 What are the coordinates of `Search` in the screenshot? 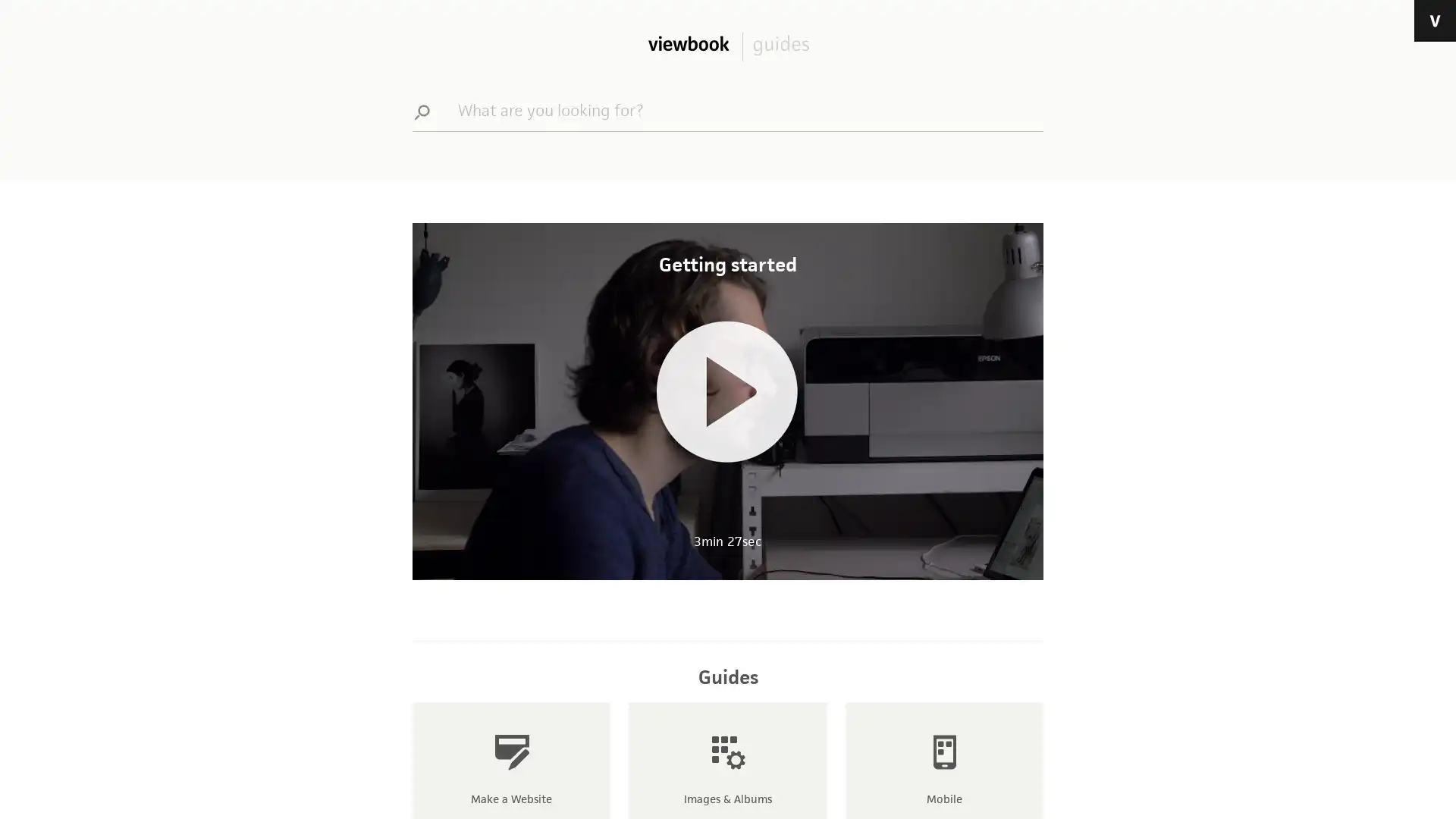 It's located at (428, 110).